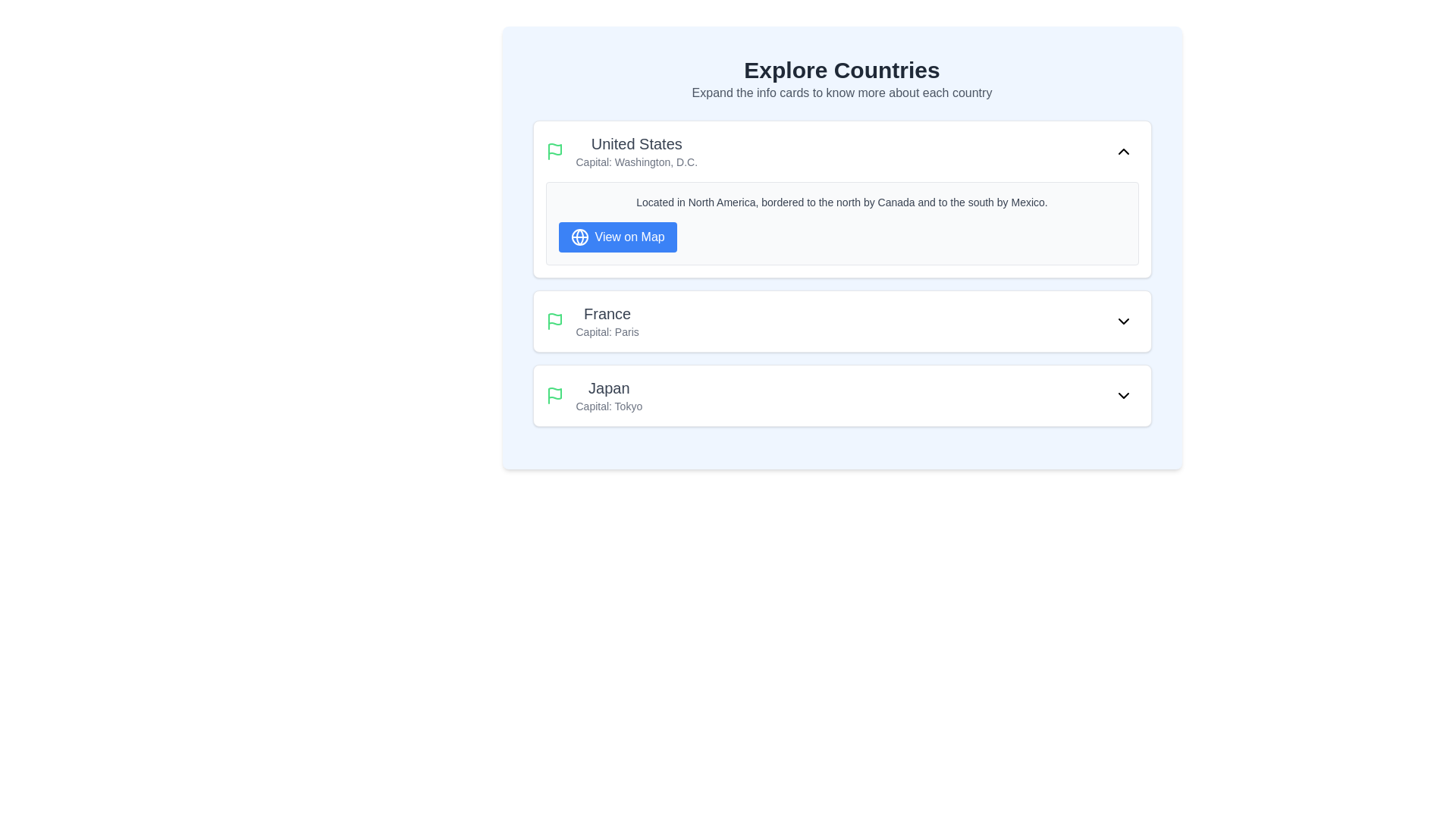  I want to click on the text element that contains 'Capital: Washington, D.C.', which is styled in gray and positioned below 'United States', so click(636, 162).